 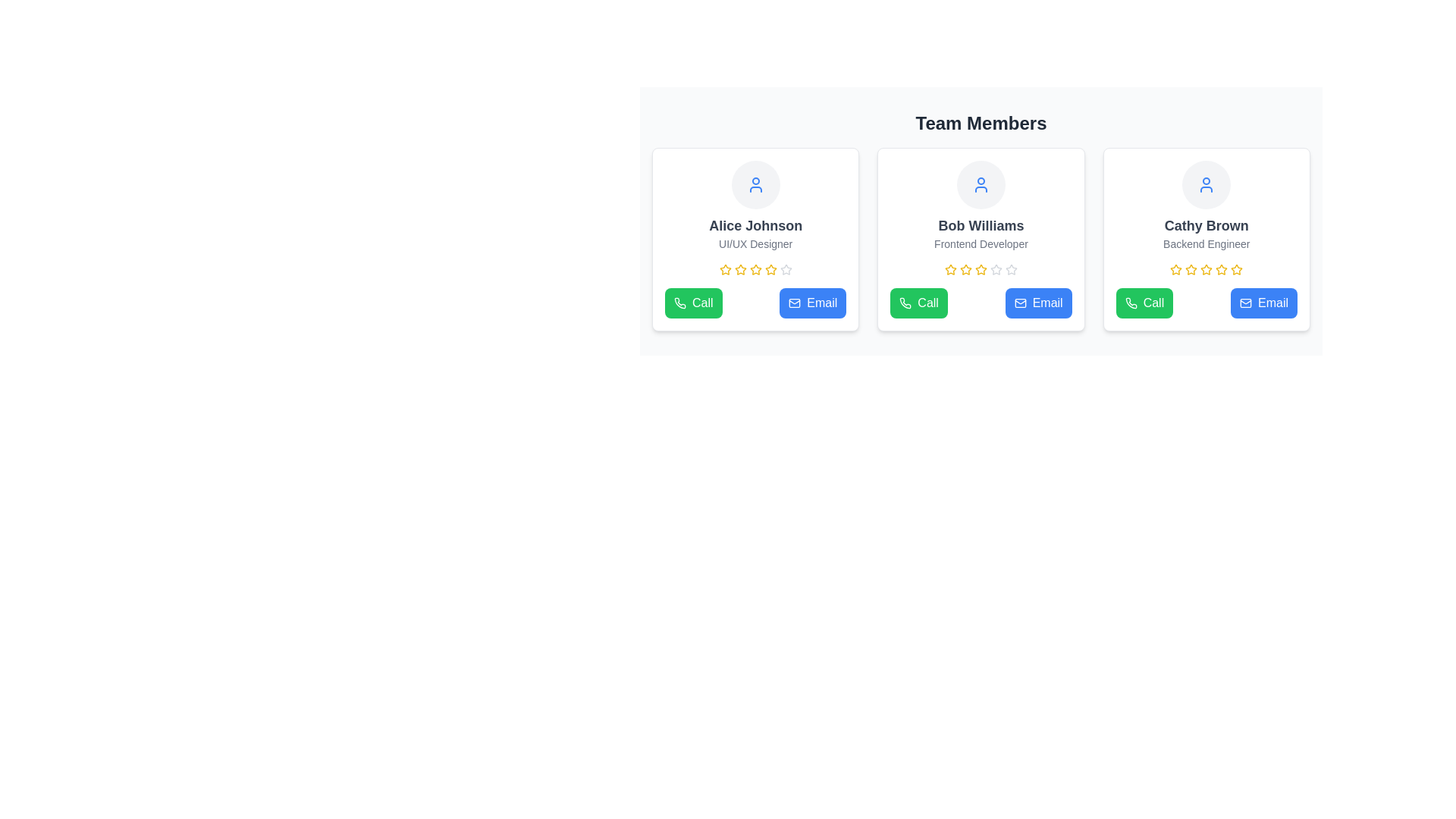 I want to click on text label 'Backend Engineer' located below the name 'Cathy Brown' in the profile card, so click(x=1206, y=243).